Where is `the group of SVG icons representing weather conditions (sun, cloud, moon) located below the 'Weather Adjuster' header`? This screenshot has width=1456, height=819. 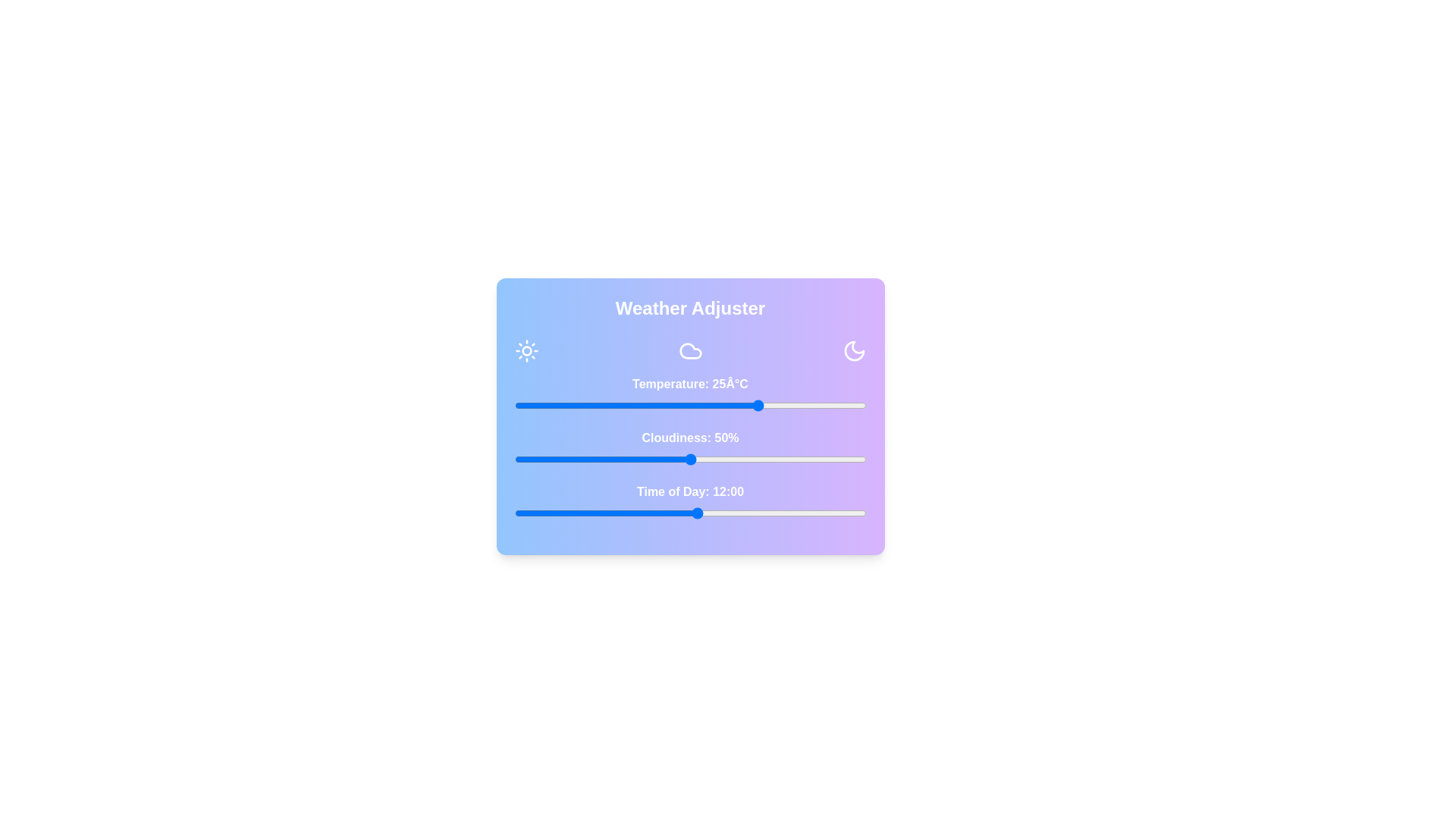
the group of SVG icons representing weather conditions (sun, cloud, moon) located below the 'Weather Adjuster' header is located at coordinates (689, 350).